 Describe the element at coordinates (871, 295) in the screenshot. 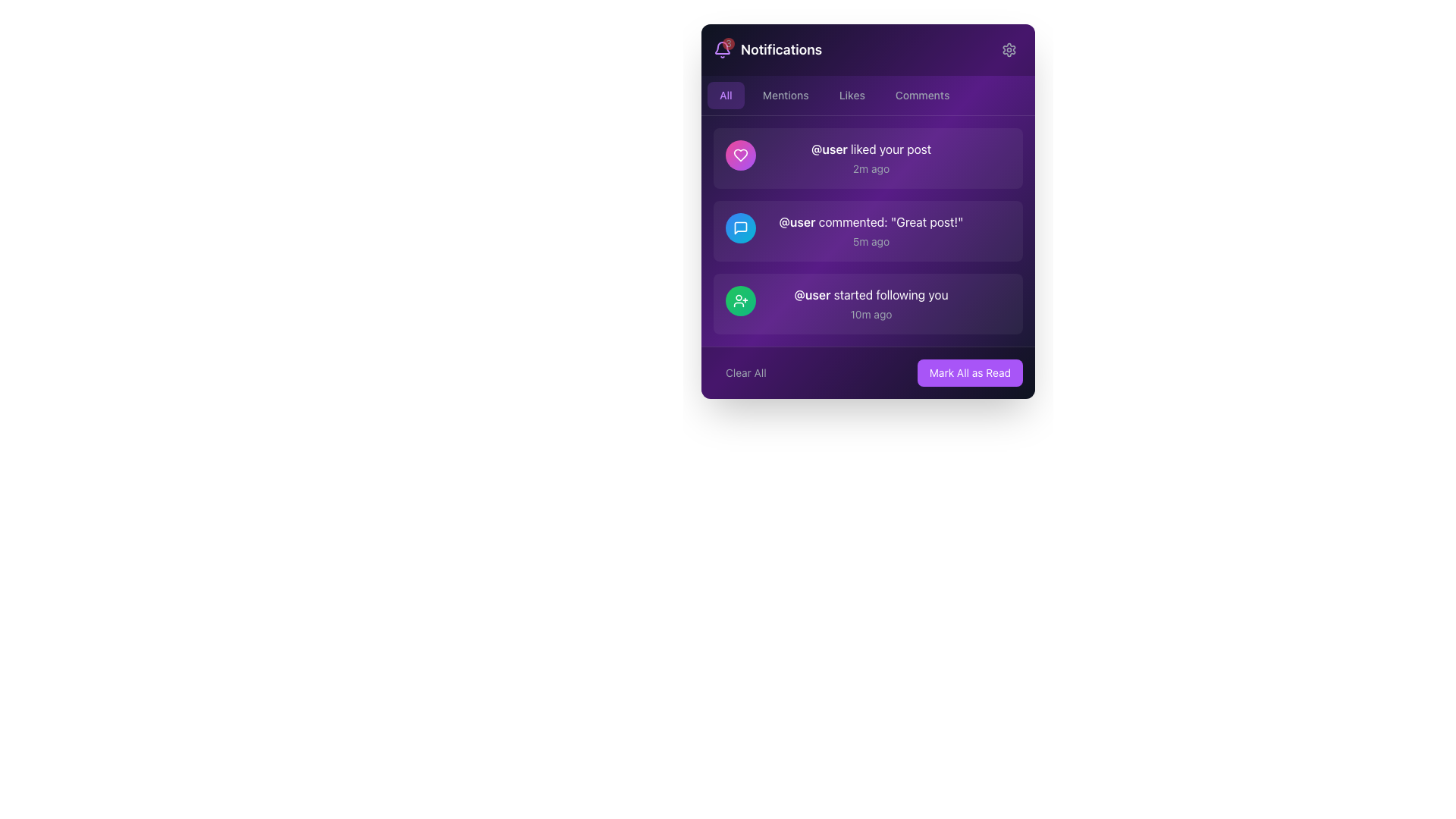

I see `the notification text label that displays the message '@user started following you', which is bolded in part and styled in white over a dark purple background` at that location.